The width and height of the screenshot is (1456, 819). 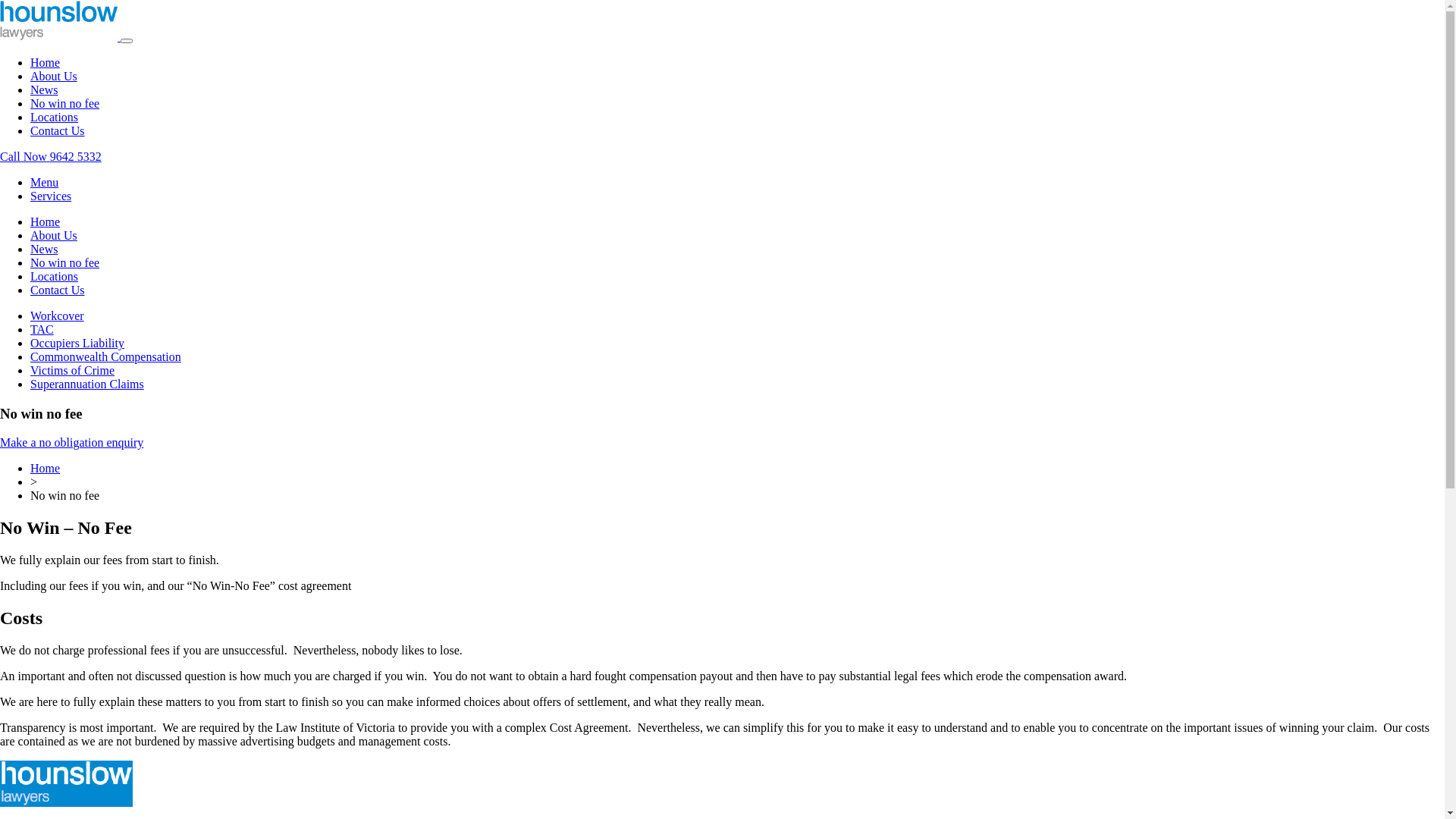 I want to click on 'Superannuation Claims', so click(x=86, y=383).